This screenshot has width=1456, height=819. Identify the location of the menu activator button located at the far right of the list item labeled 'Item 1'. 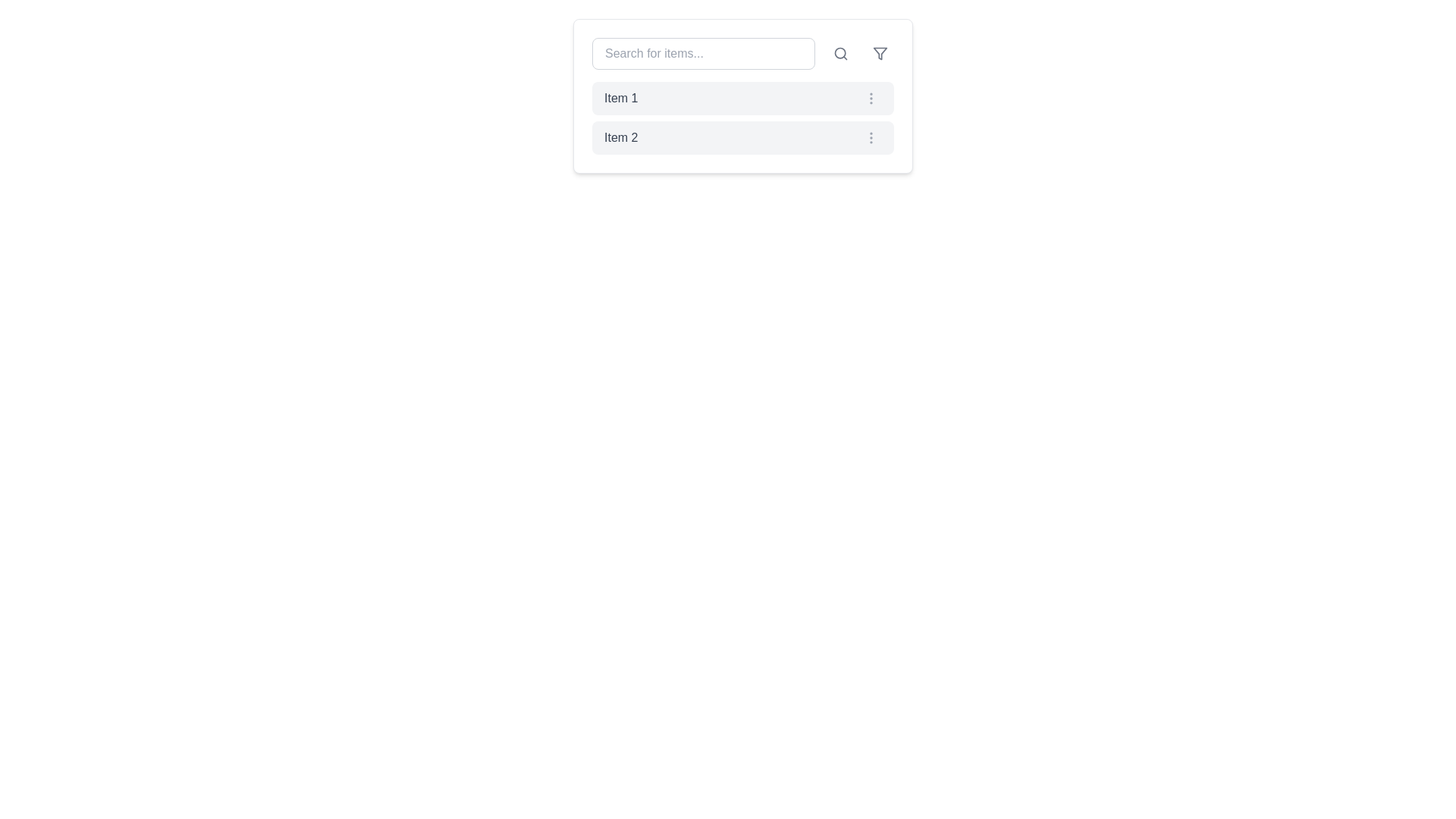
(871, 99).